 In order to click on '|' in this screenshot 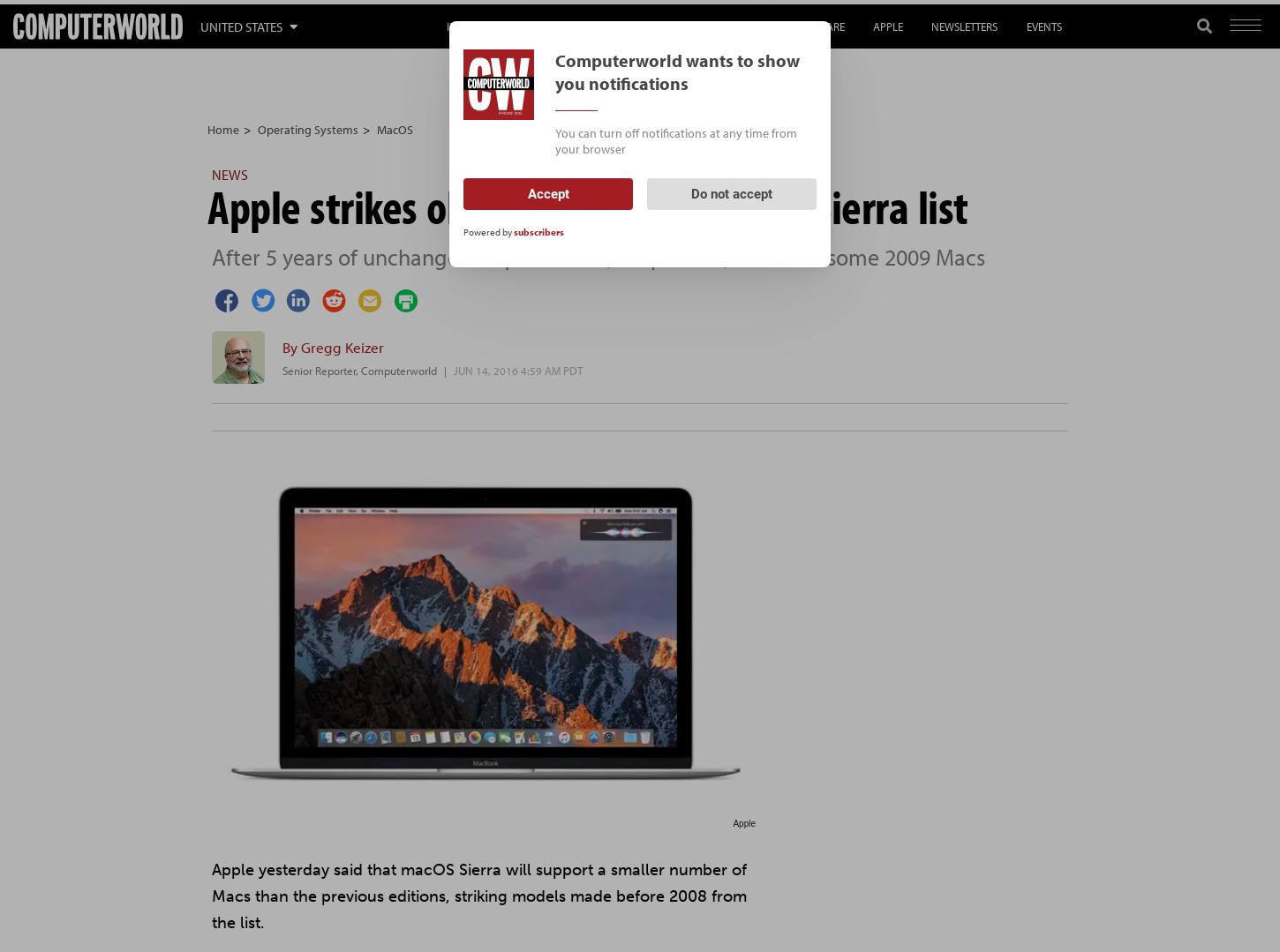, I will do `click(444, 370)`.